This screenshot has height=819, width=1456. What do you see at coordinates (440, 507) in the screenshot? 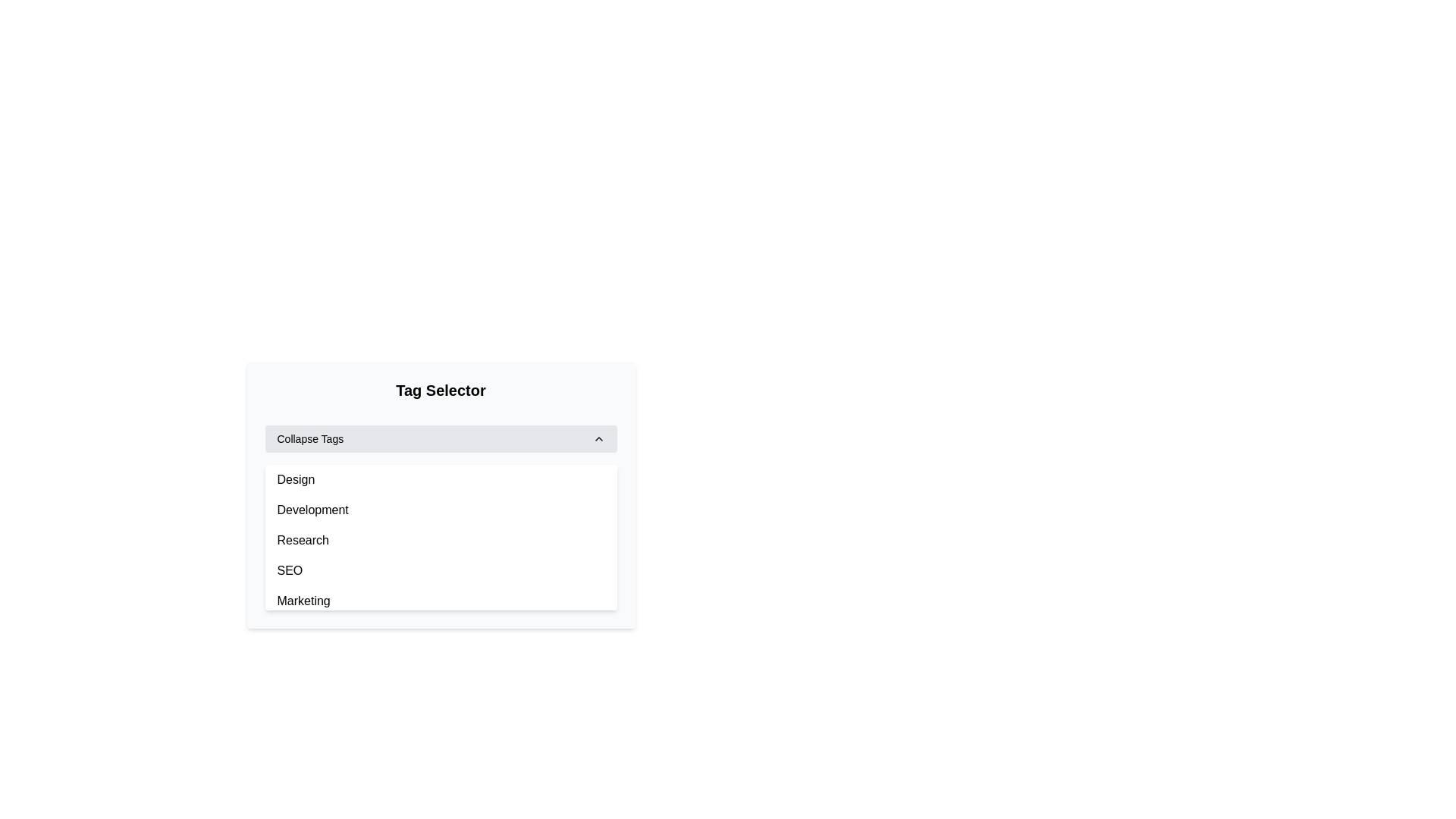
I see `the second item labeled 'Development' in the dropdown under the 'Collapse Tags' section` at bounding box center [440, 507].